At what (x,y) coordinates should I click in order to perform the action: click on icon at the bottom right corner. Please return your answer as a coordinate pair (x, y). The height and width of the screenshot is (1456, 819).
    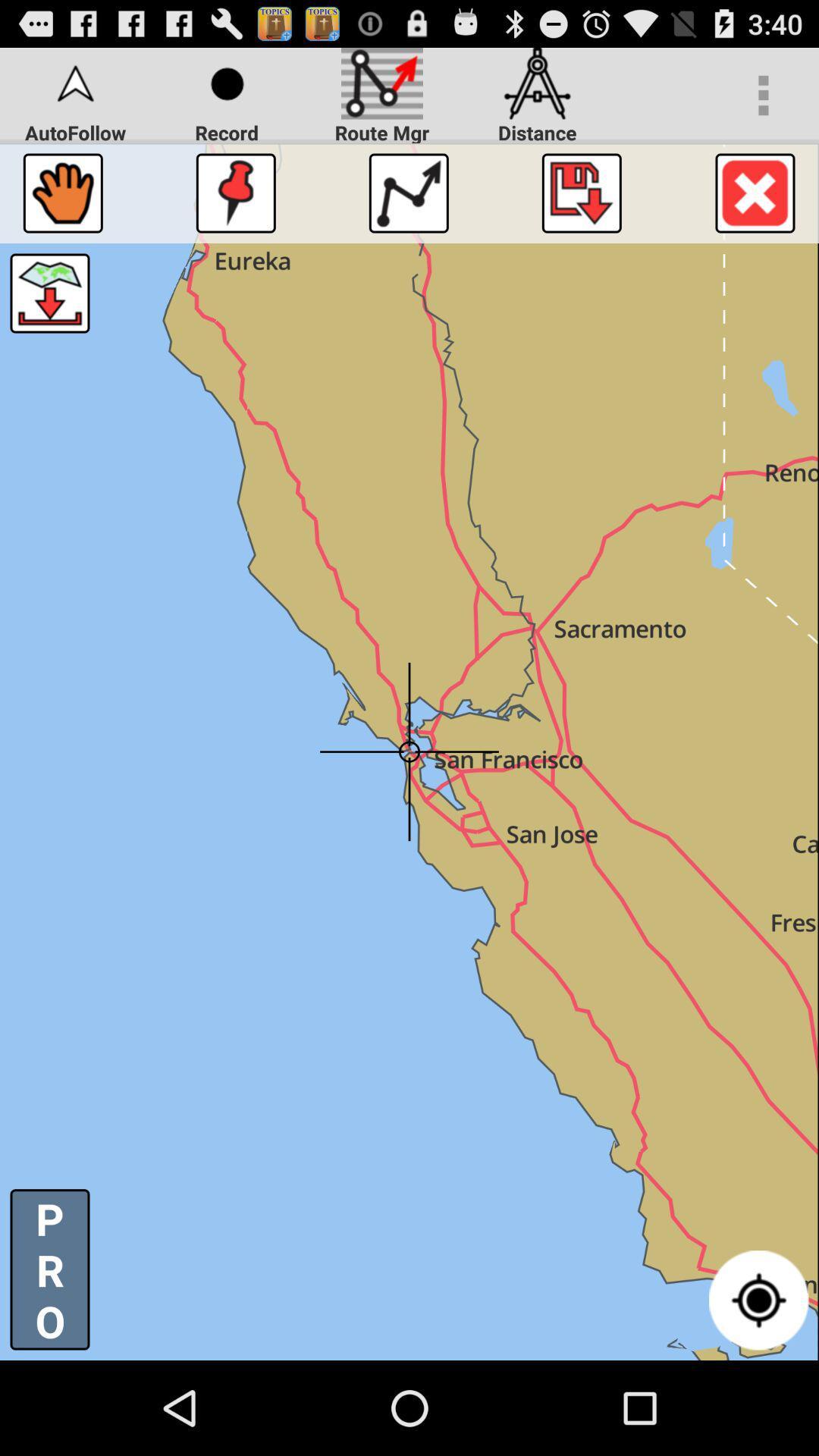
    Looking at the image, I should click on (758, 1299).